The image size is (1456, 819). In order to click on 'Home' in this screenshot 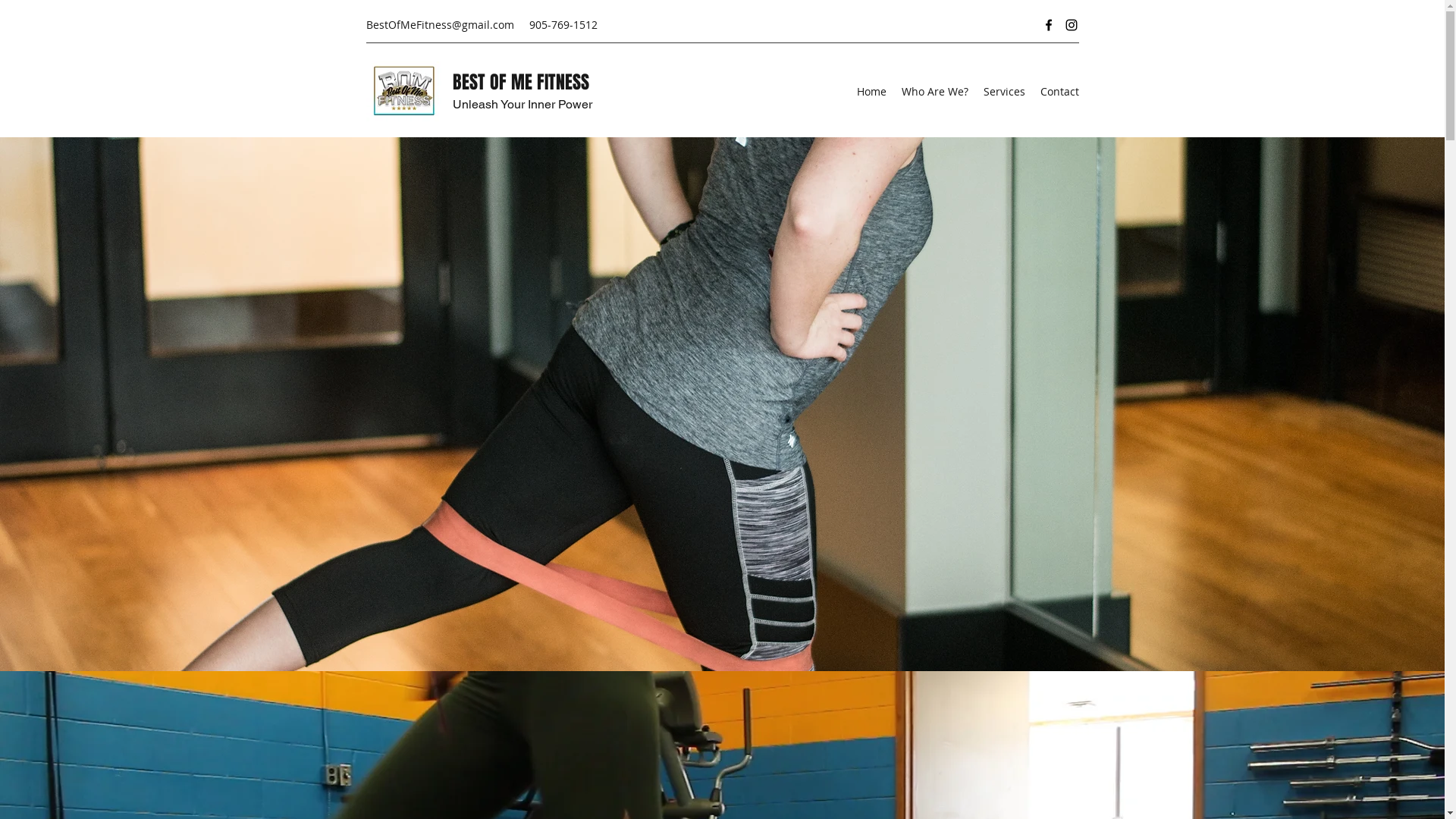, I will do `click(848, 91)`.